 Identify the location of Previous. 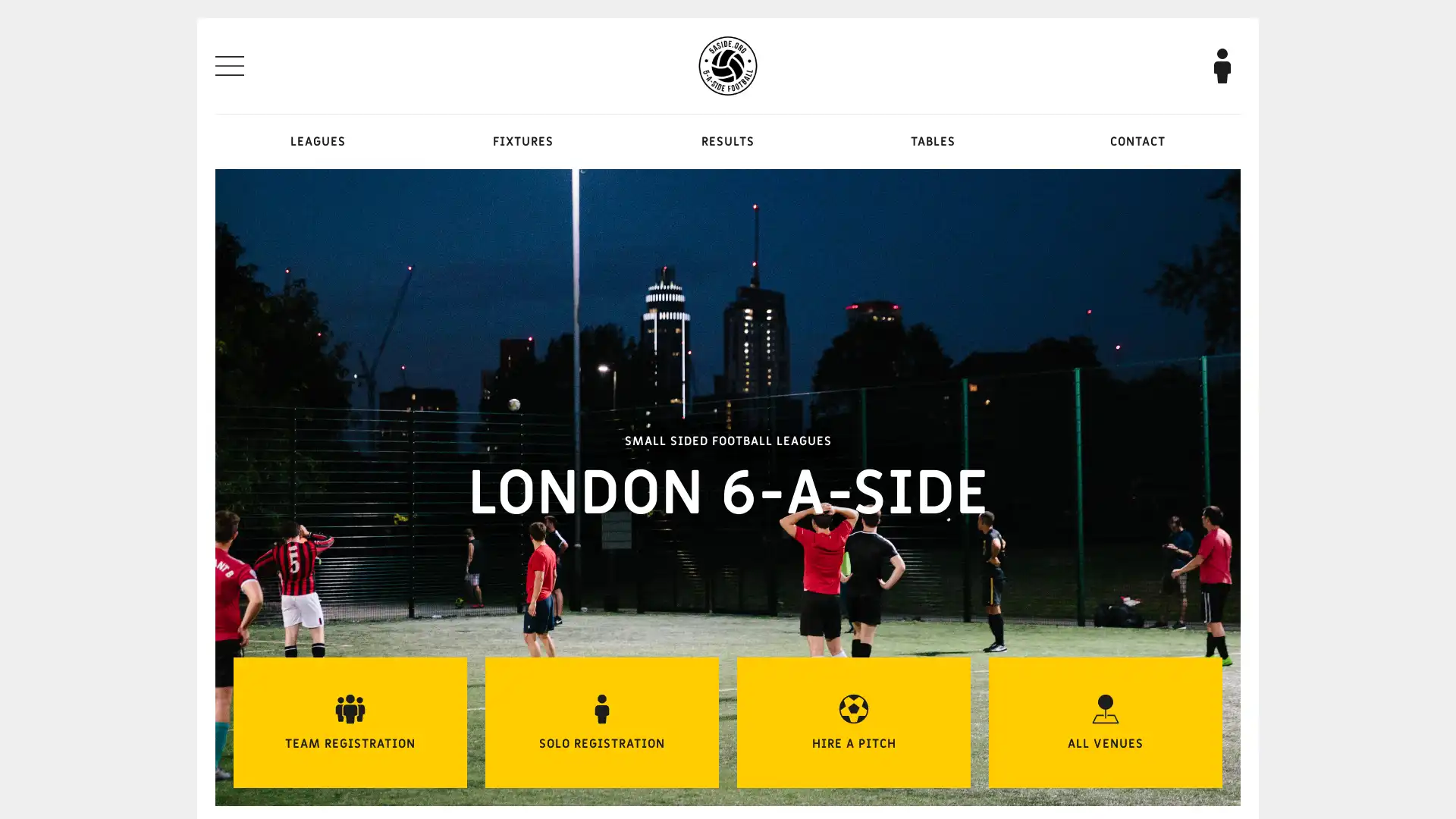
(202, 488).